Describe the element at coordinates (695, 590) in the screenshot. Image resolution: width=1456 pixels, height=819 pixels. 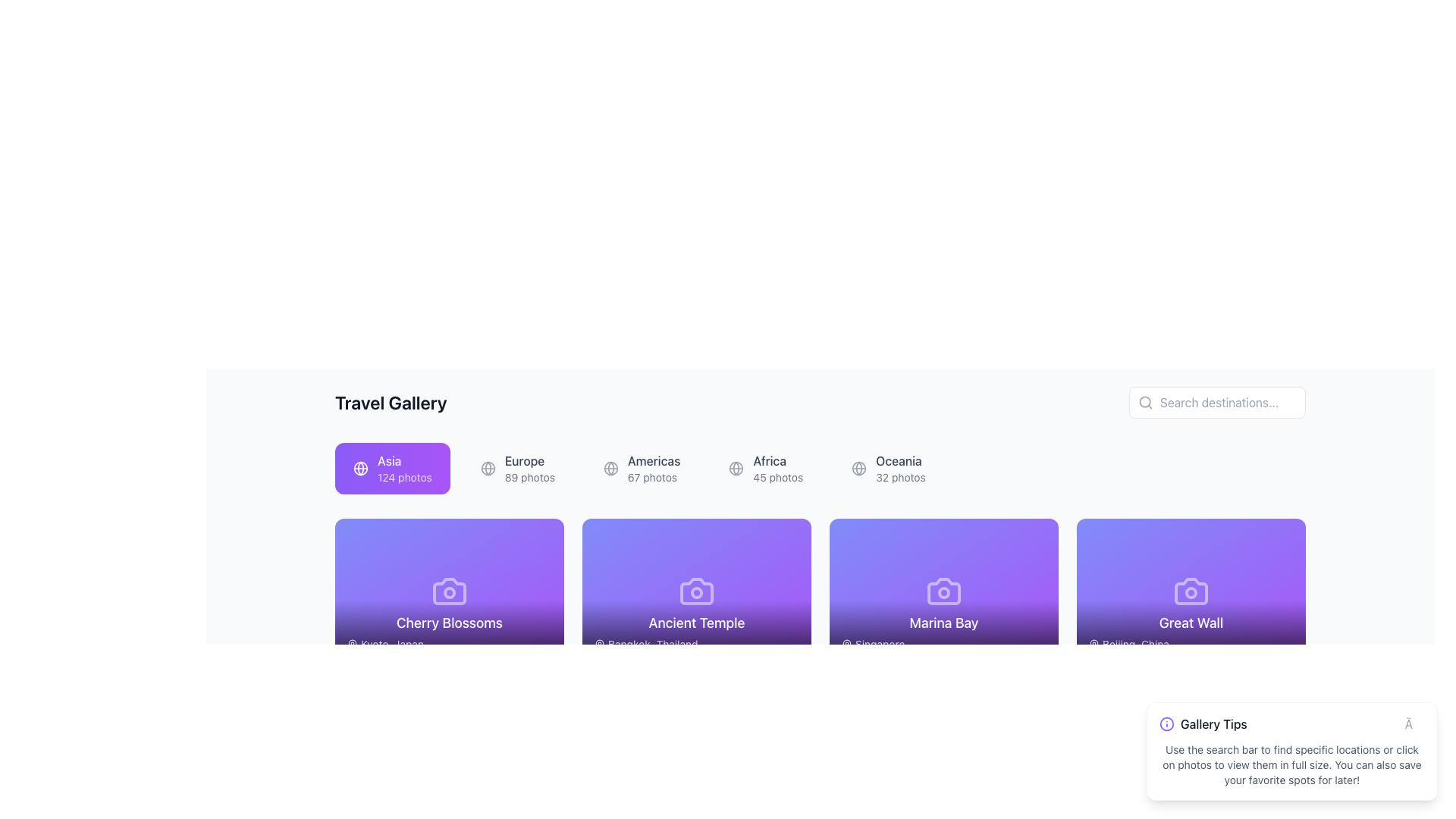
I see `the camera icon located in the 'Ancient Temple' card, which is positioned in the second column of the first row under the 'Travel Gallery' heading` at that location.